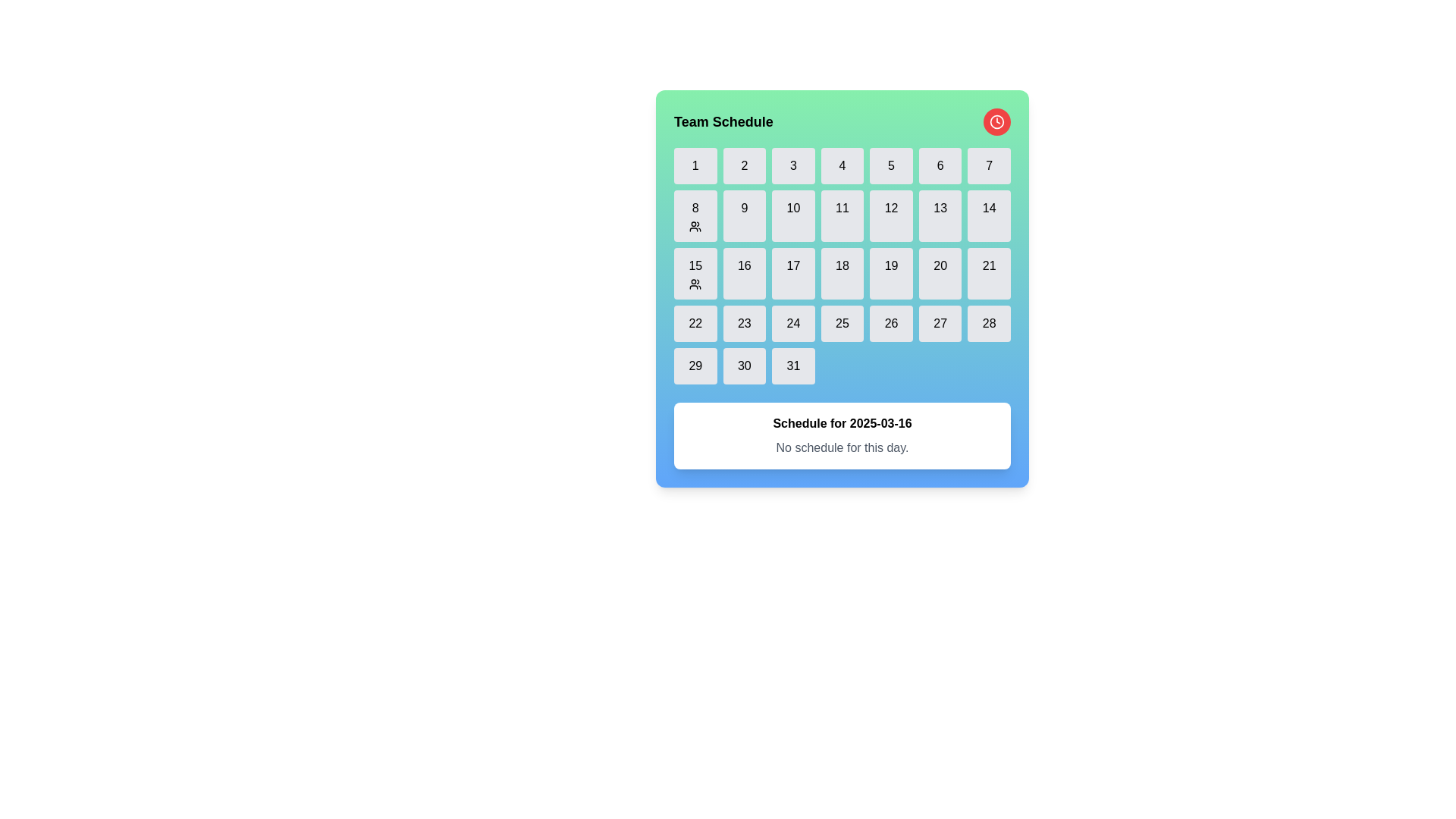 The image size is (1456, 819). What do you see at coordinates (695, 166) in the screenshot?
I see `the top-left button labeled '1' in the grid layout` at bounding box center [695, 166].